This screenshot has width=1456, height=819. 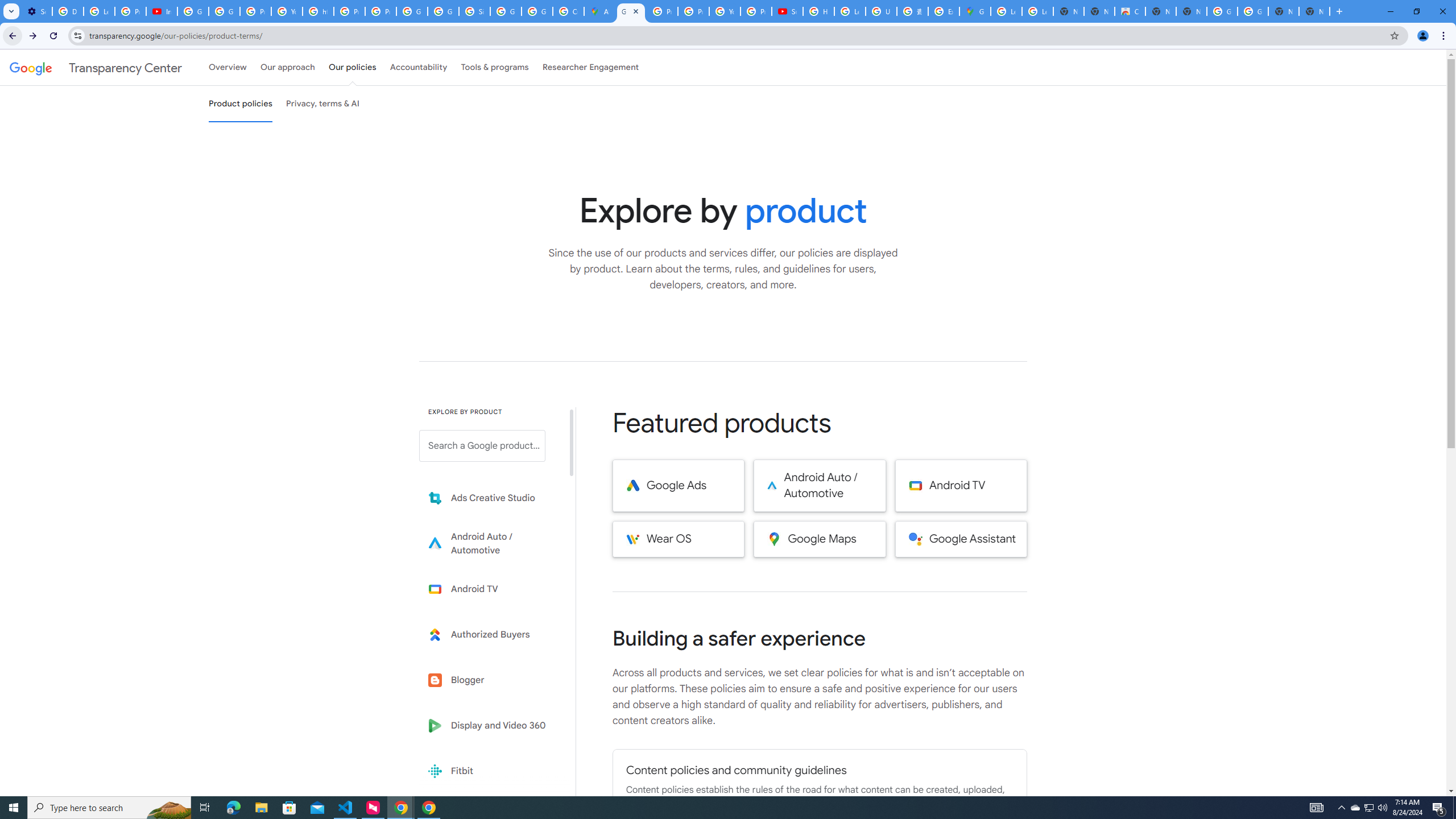 I want to click on 'Blogger', so click(x=490, y=679).